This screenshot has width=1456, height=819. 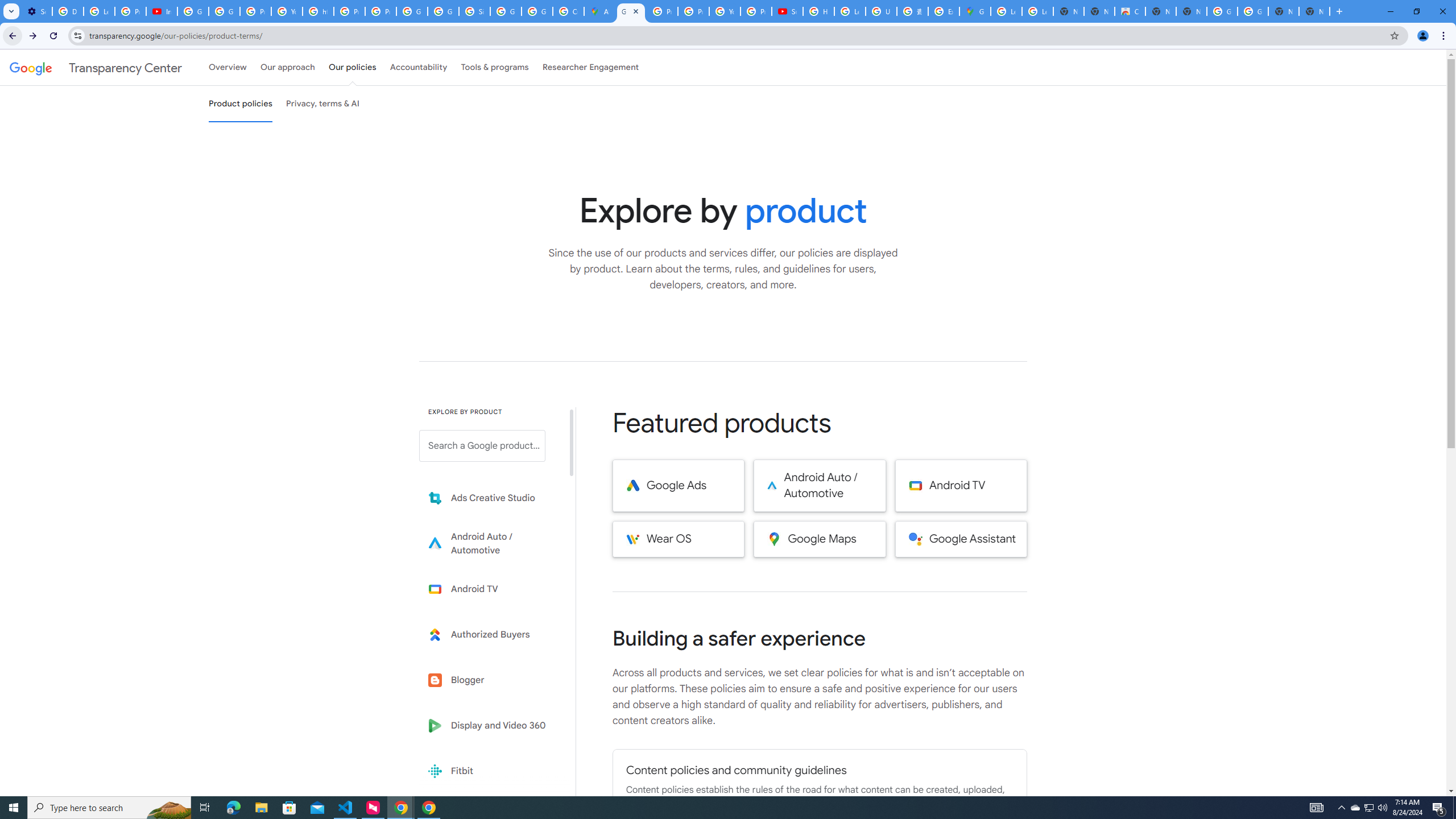 I want to click on 'Blogger', so click(x=490, y=679).